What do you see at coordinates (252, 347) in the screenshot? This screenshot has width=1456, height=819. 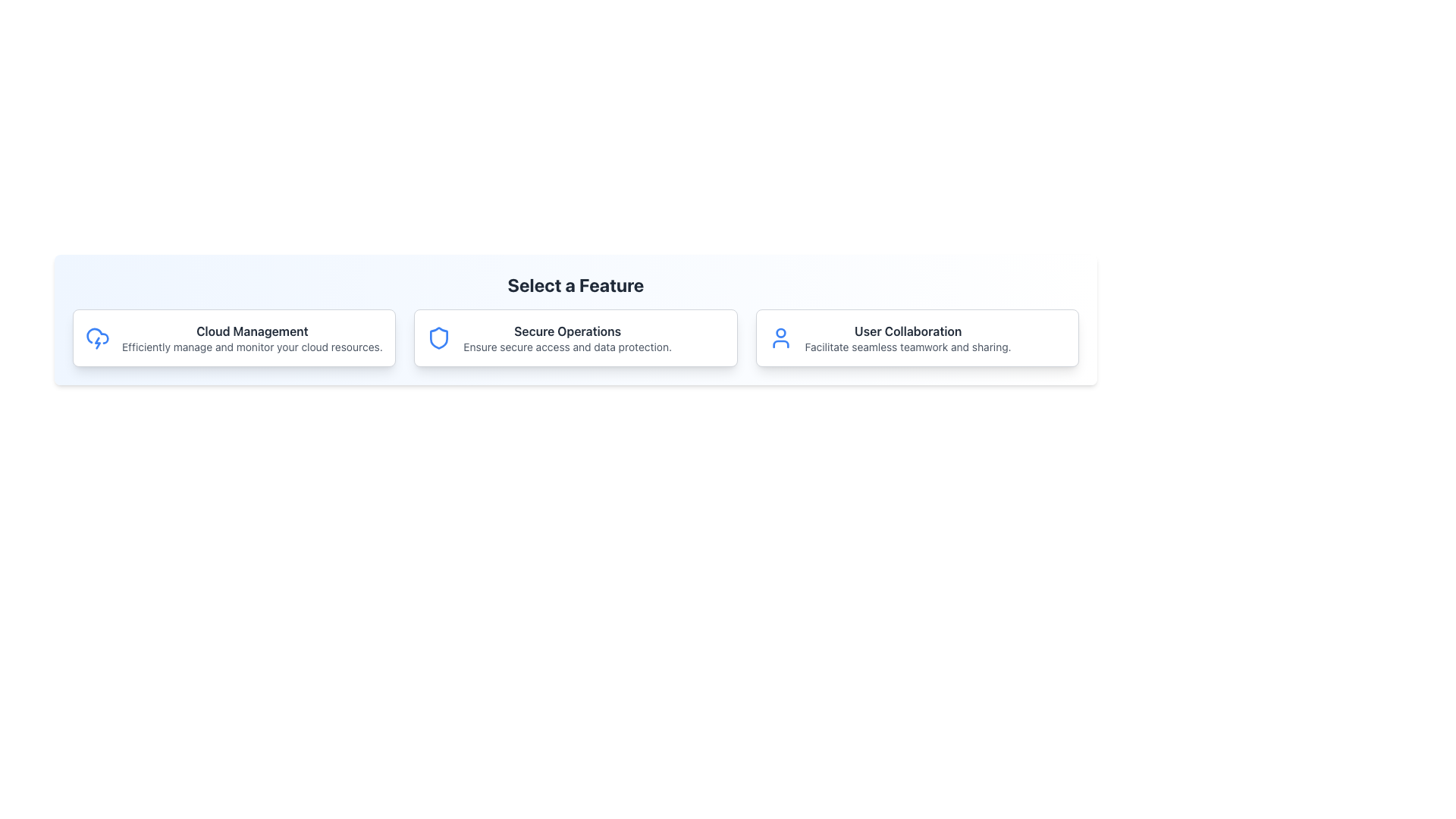 I see `the static text element that serves as a descriptive subtitle for 'Cloud Management', located beneath the title in the leftmost section of the interface` at bounding box center [252, 347].